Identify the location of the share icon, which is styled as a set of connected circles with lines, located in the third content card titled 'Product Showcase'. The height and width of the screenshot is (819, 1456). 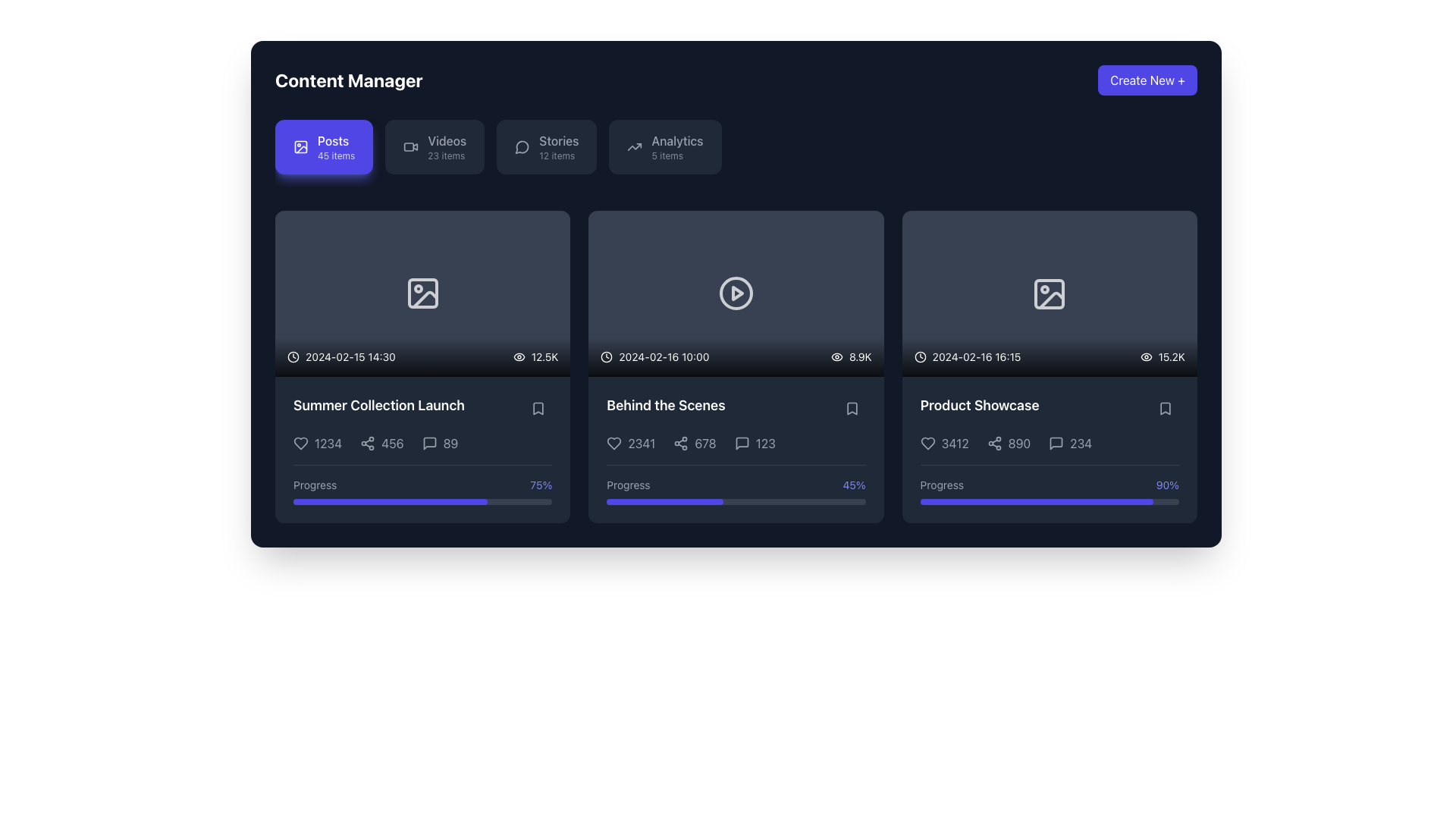
(994, 444).